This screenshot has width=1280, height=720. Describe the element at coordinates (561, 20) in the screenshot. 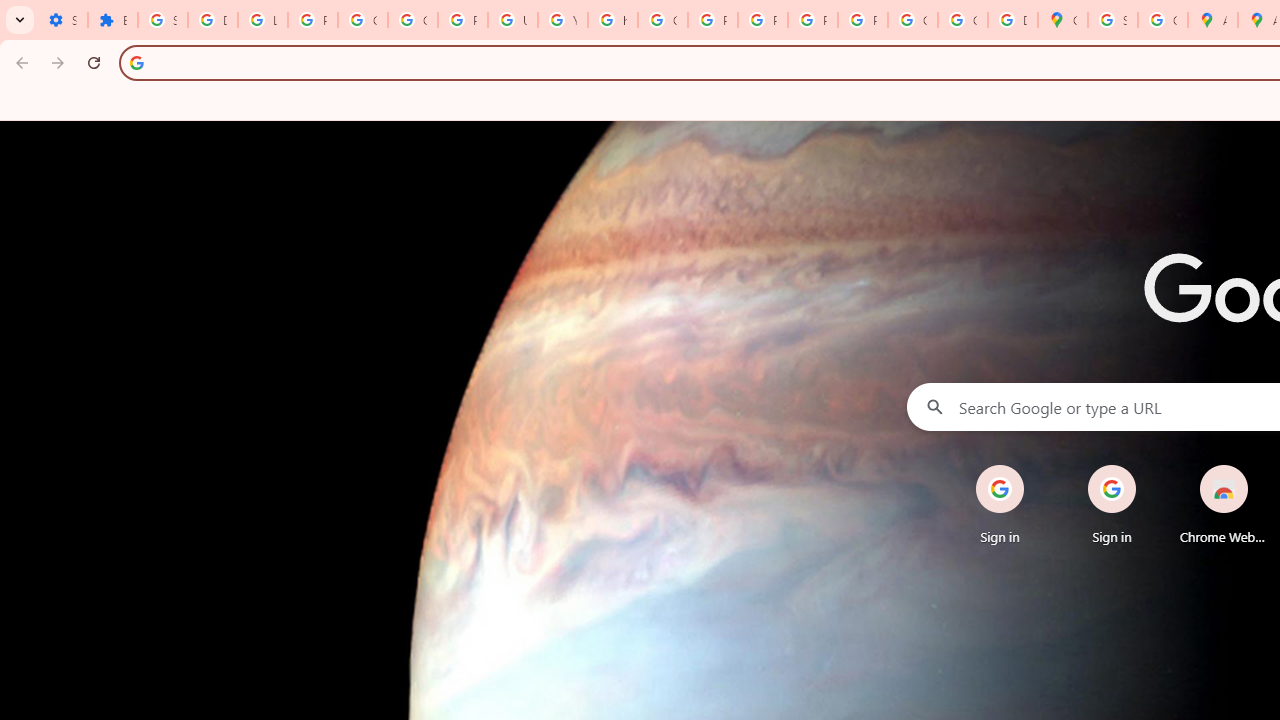

I see `'YouTube'` at that location.